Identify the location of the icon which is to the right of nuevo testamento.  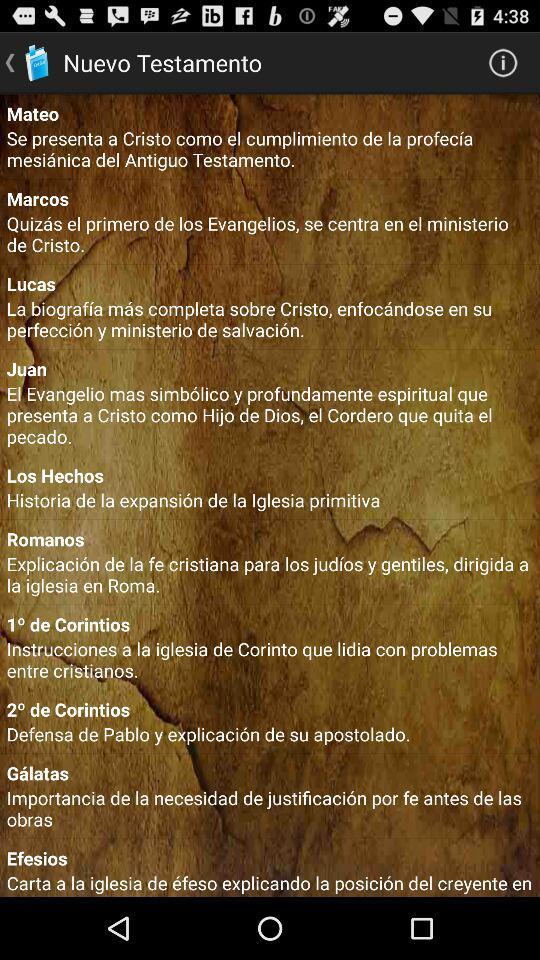
(502, 63).